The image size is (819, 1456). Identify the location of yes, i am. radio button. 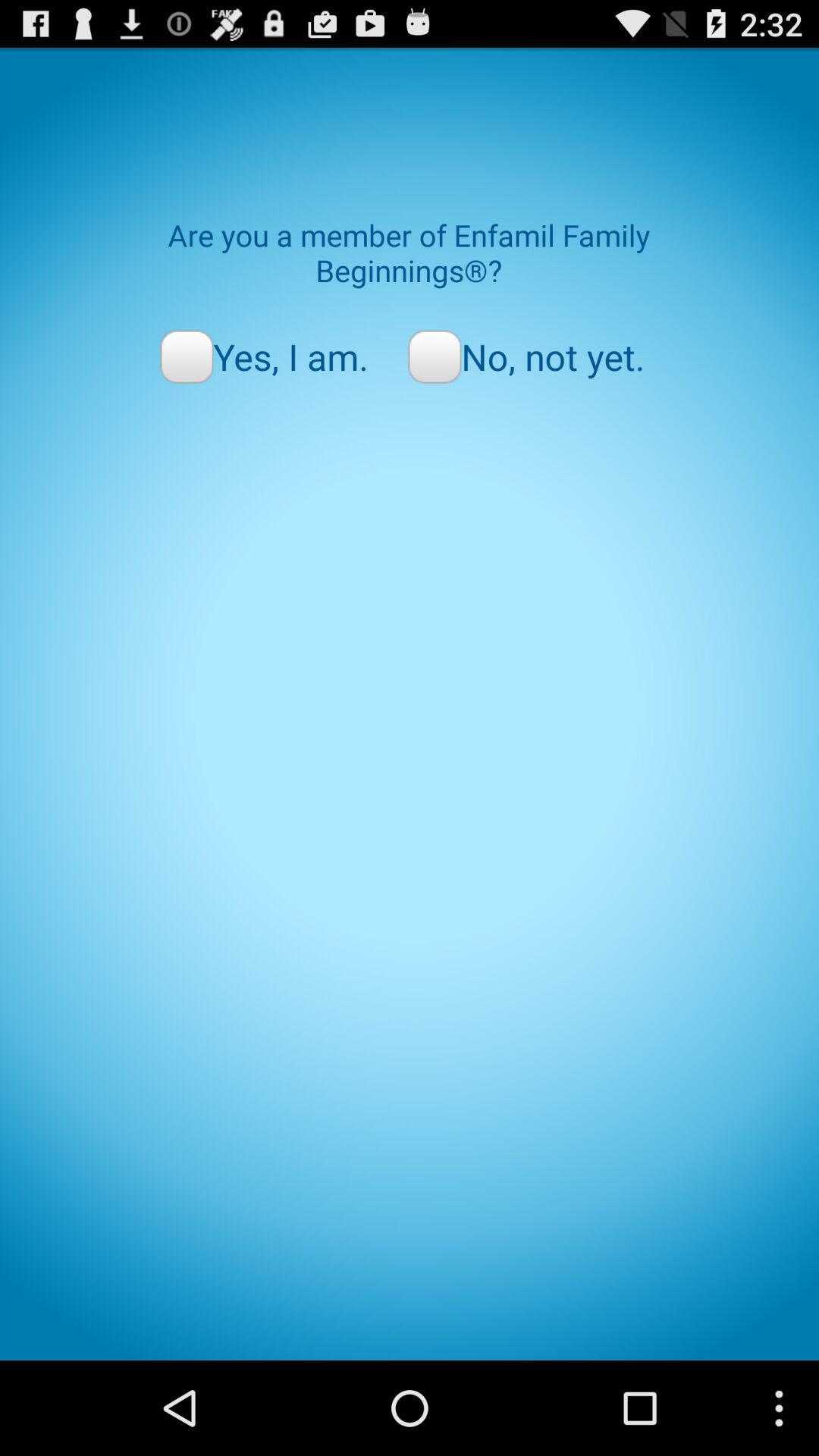
(263, 356).